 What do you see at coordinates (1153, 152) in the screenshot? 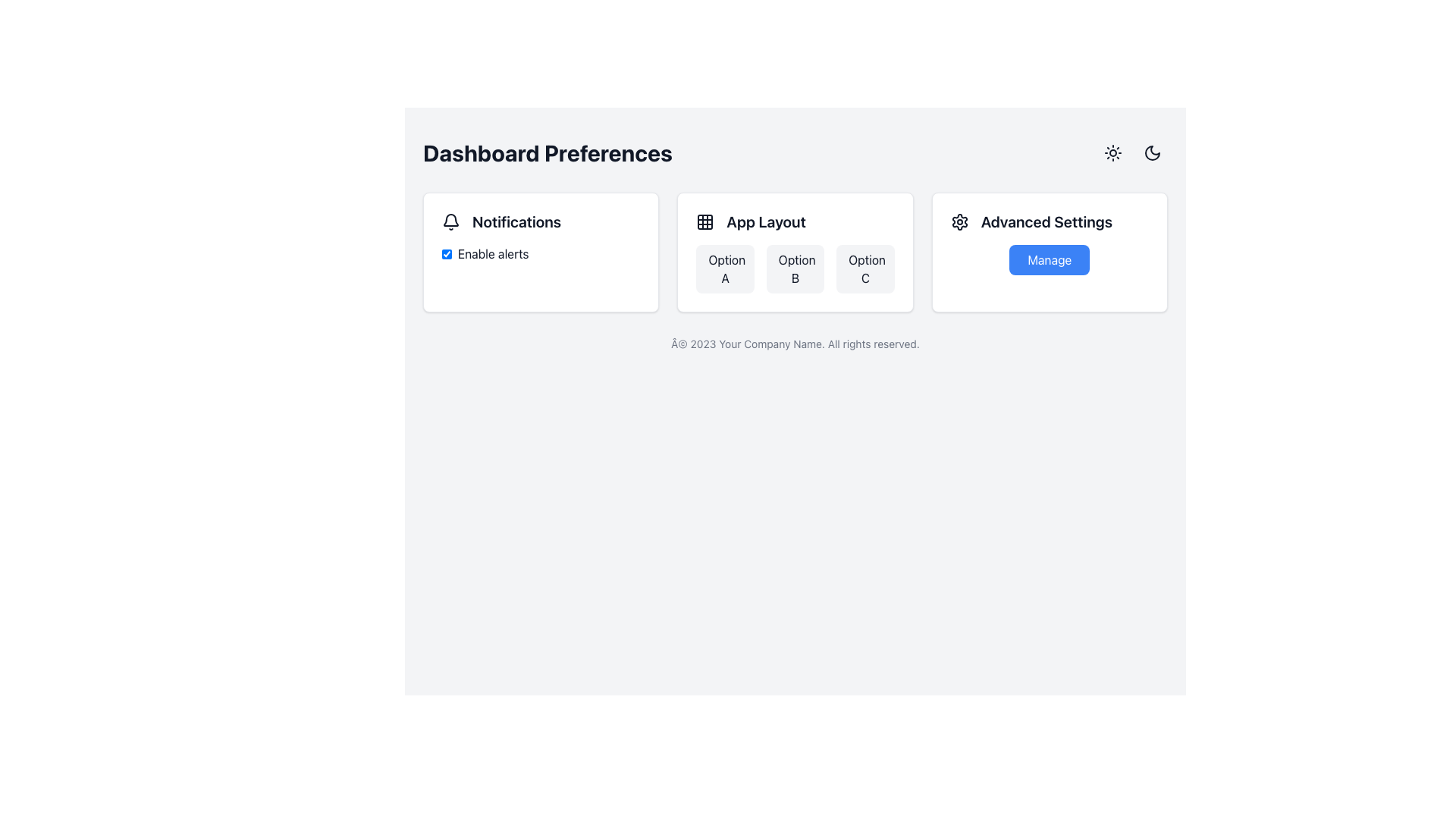
I see `the small moon-shaped Icon Button located in the top-right corner of the interface` at bounding box center [1153, 152].